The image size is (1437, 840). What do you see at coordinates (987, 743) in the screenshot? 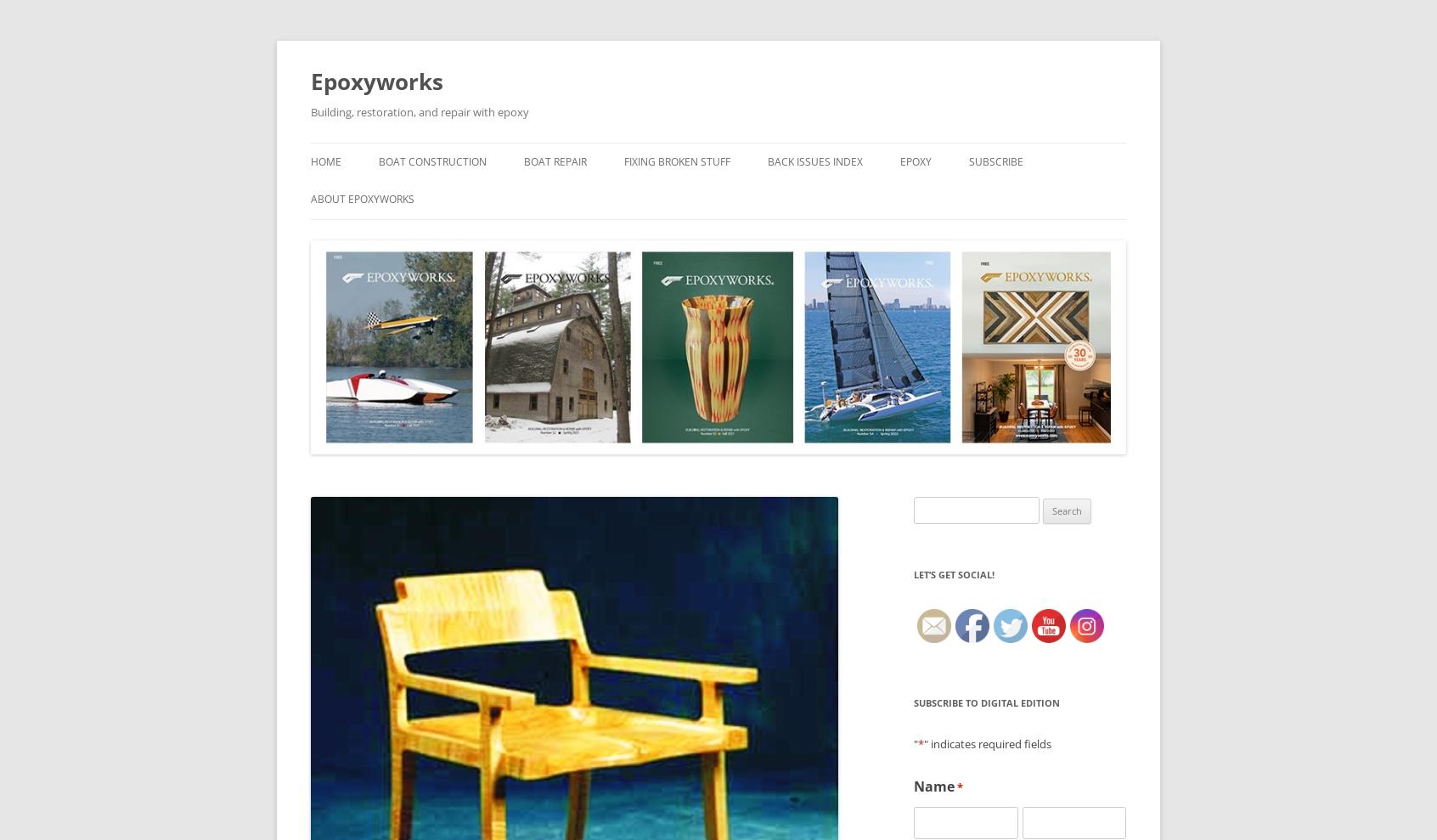
I see `'" indicates required fields'` at bounding box center [987, 743].